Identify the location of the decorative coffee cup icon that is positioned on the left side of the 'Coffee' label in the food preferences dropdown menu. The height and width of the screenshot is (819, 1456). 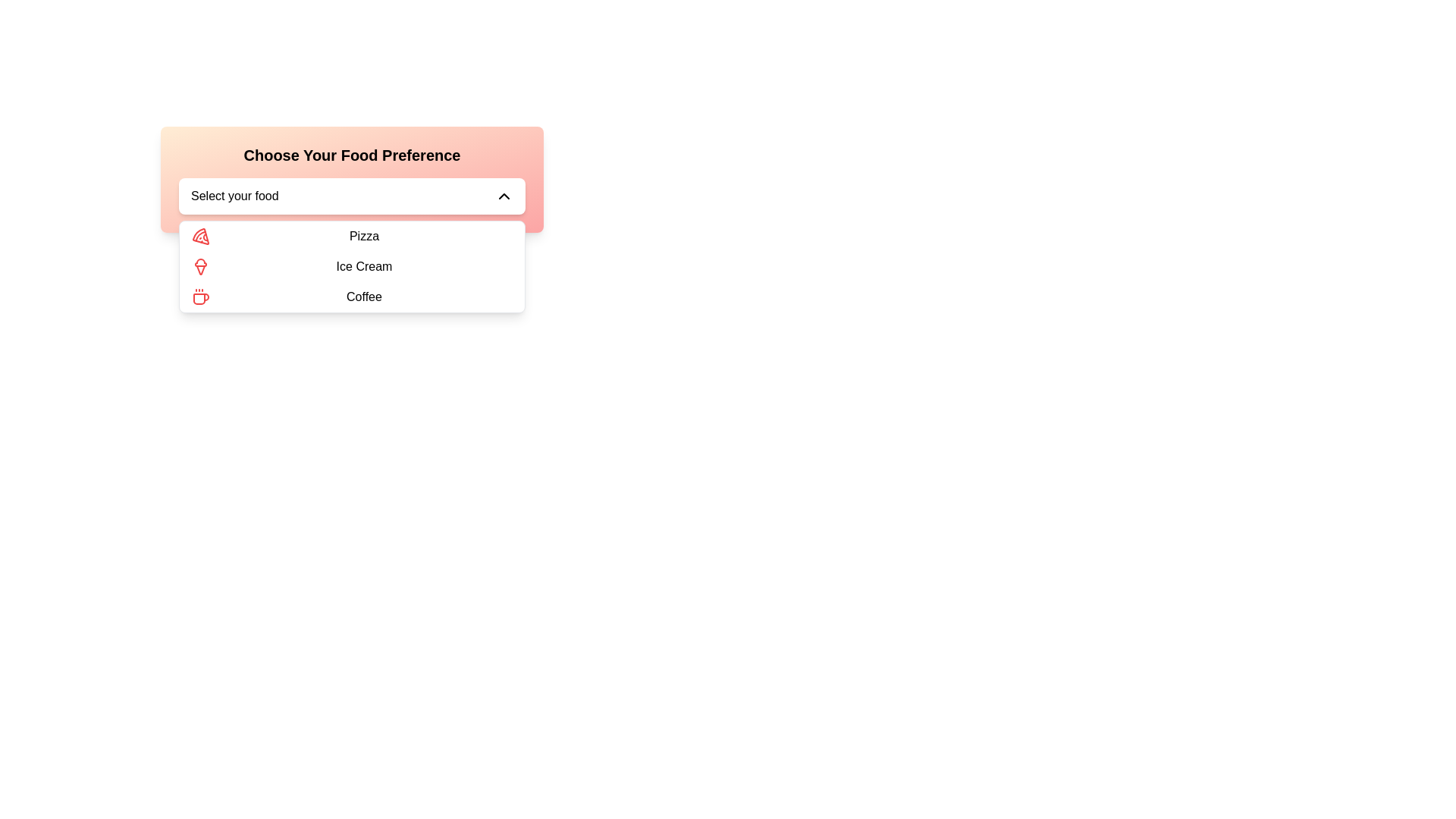
(199, 297).